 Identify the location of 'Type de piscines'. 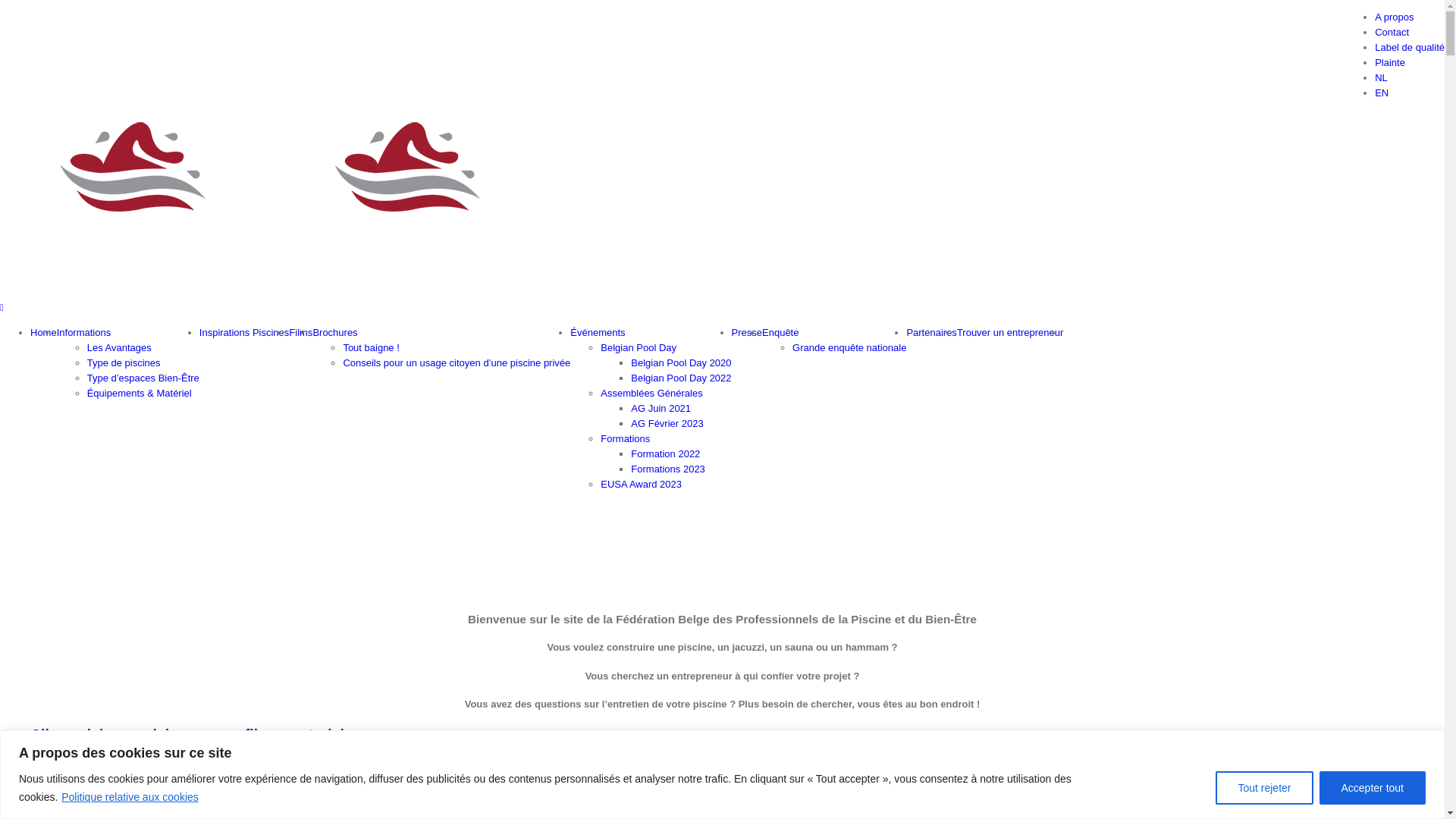
(124, 362).